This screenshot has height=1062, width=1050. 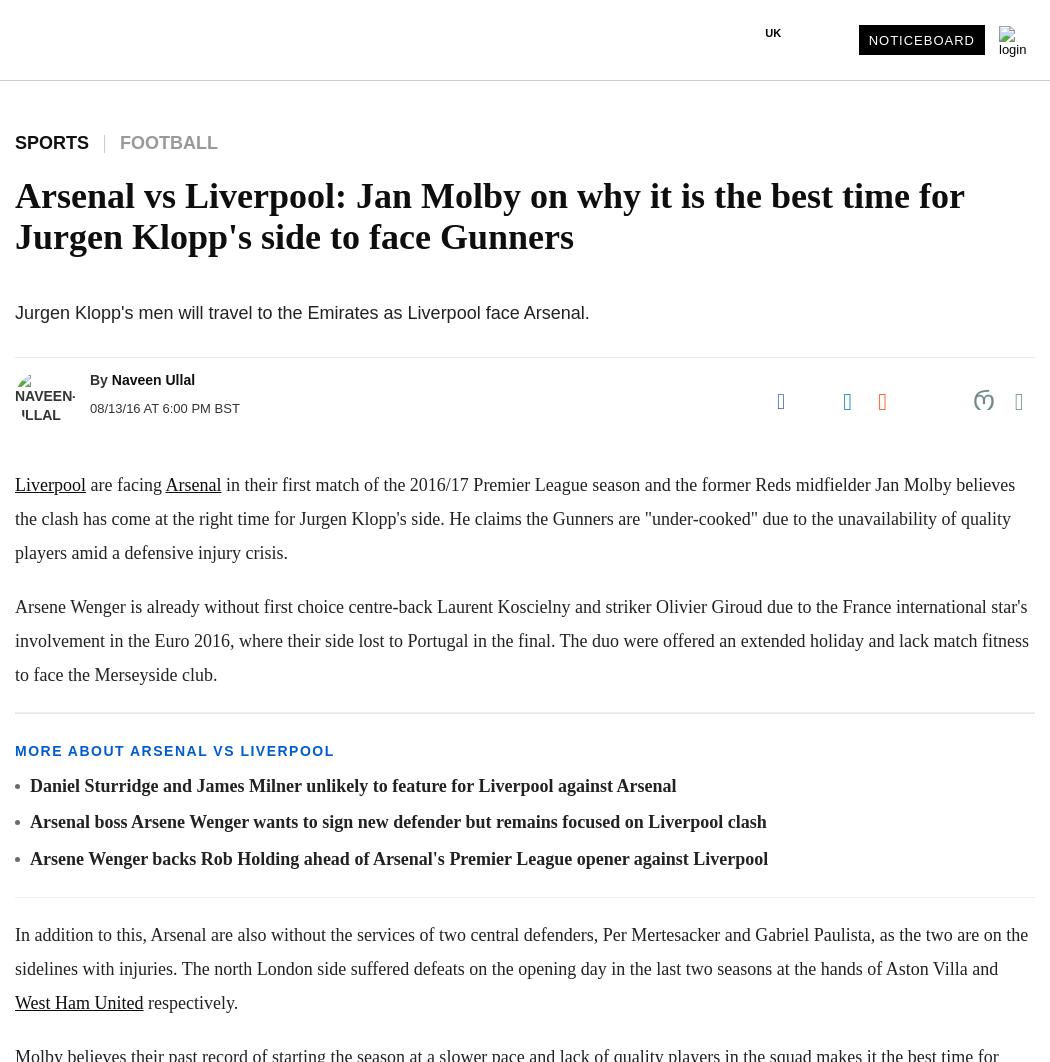 What do you see at coordinates (804, 270) in the screenshot?
I see `'Singapore Edition'` at bounding box center [804, 270].